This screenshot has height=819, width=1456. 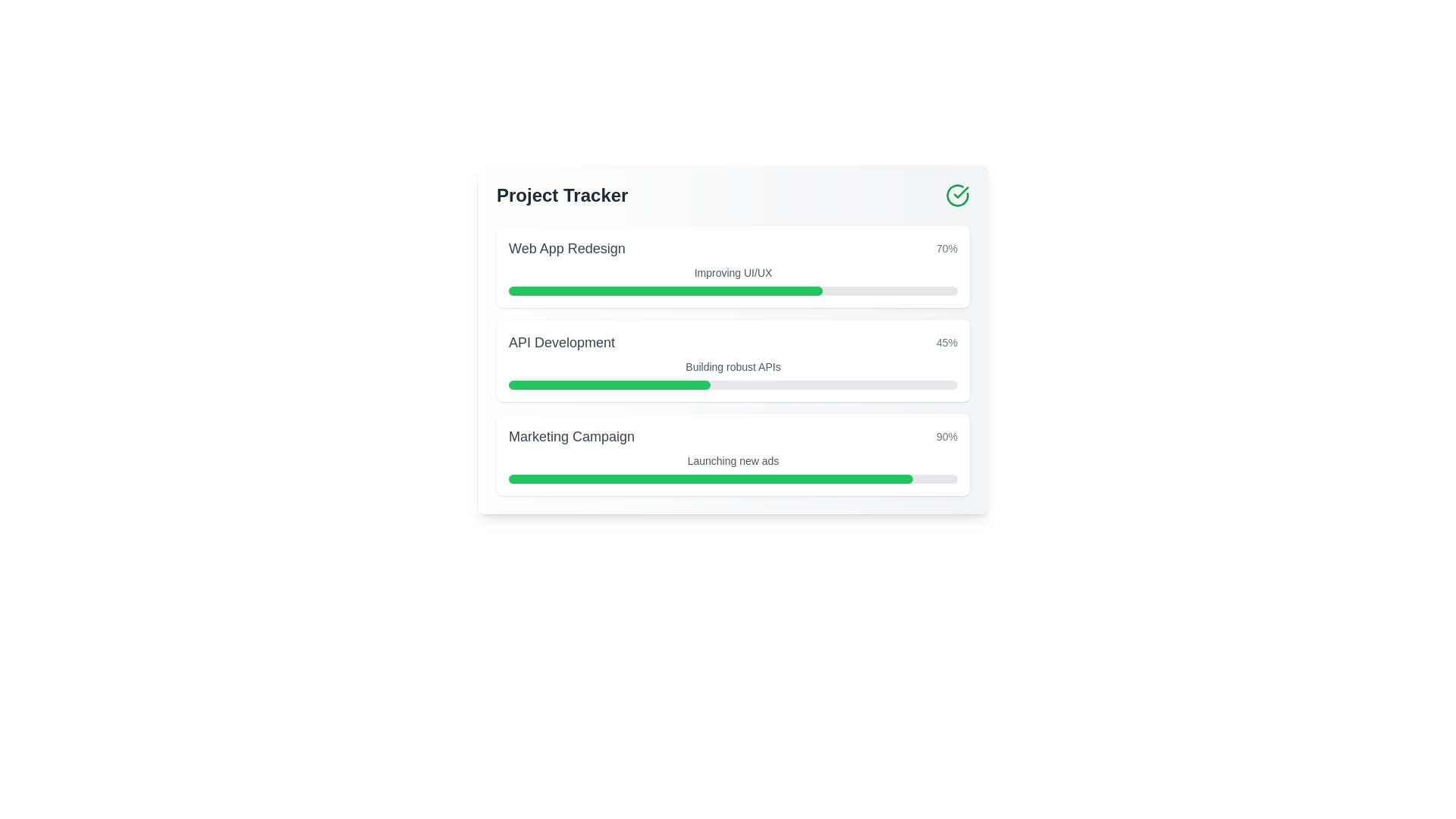 I want to click on the green progress bar segment indicating 70% completion in the first progress bar under 'Web App Redesign' in the 'Project Tracker' card, so click(x=666, y=291).